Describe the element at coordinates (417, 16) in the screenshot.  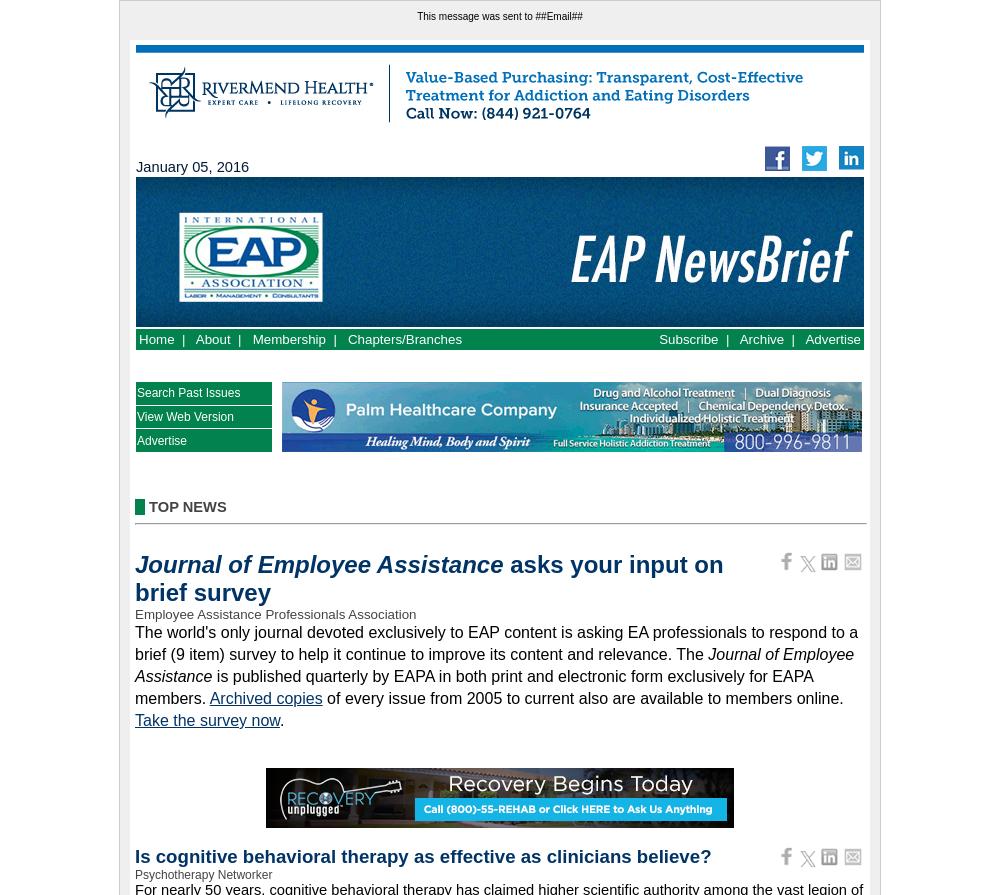
I see `'This message was sent to ##Email##'` at that location.